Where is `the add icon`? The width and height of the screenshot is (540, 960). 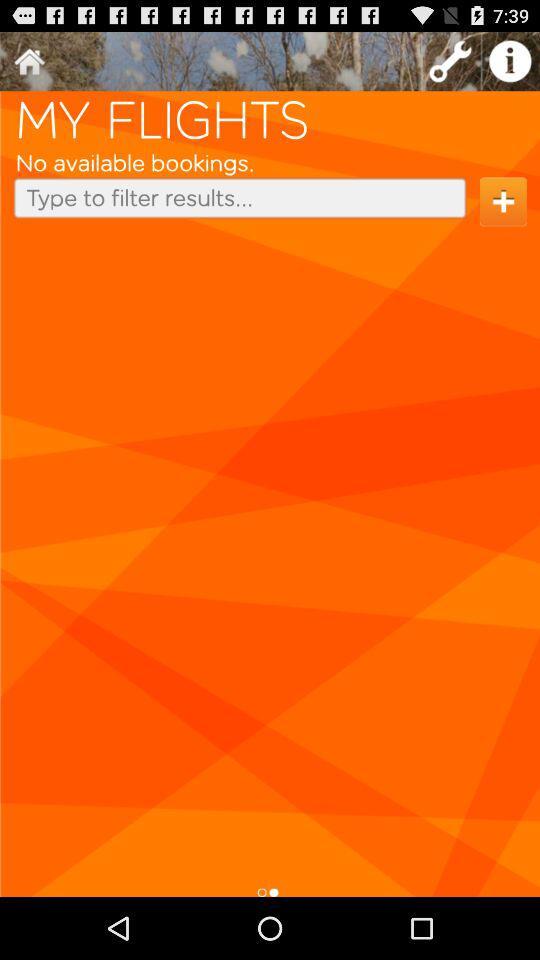
the add icon is located at coordinates (502, 215).